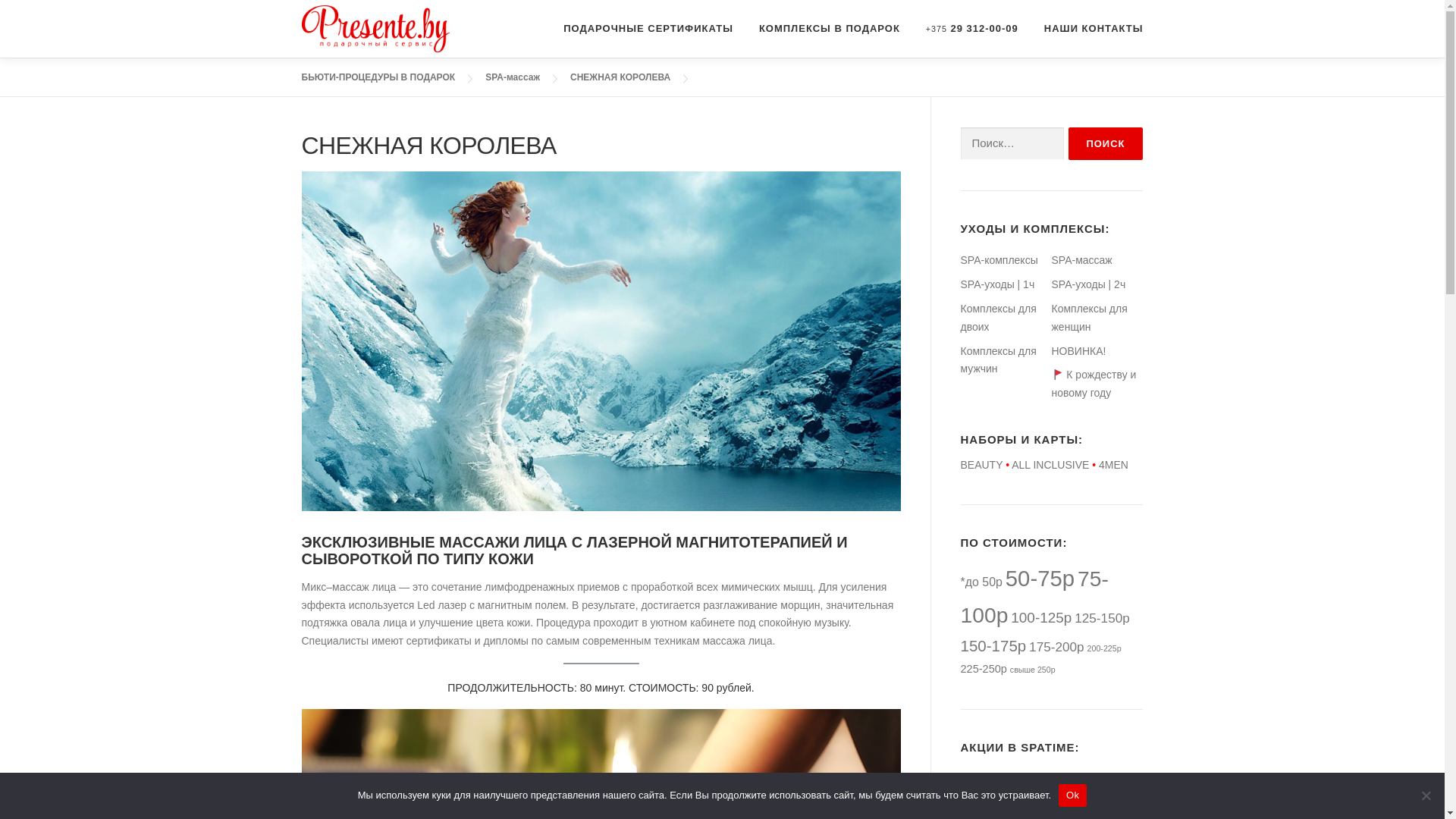 The image size is (1456, 819). Describe the element at coordinates (971, 29) in the screenshot. I see `'+375 29 312-00-09'` at that location.